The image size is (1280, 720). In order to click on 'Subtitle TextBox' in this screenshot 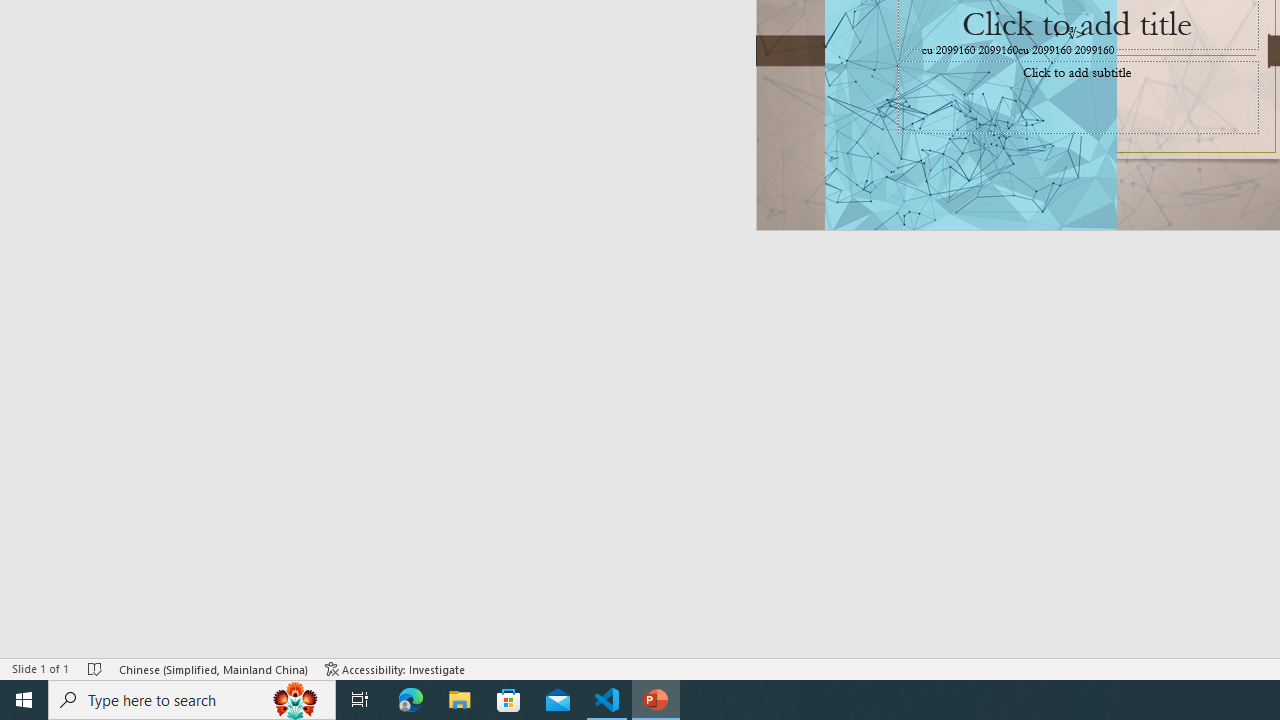, I will do `click(1078, 97)`.